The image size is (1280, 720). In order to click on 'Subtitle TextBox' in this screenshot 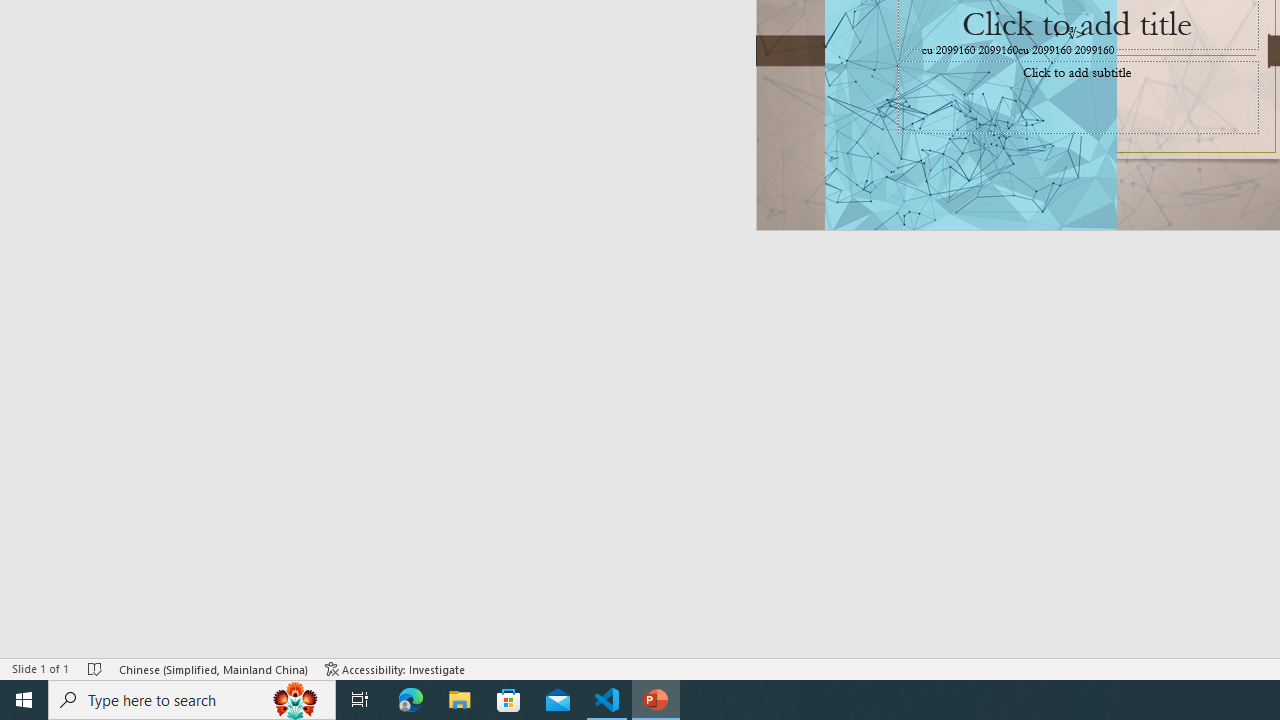, I will do `click(1078, 97)`.